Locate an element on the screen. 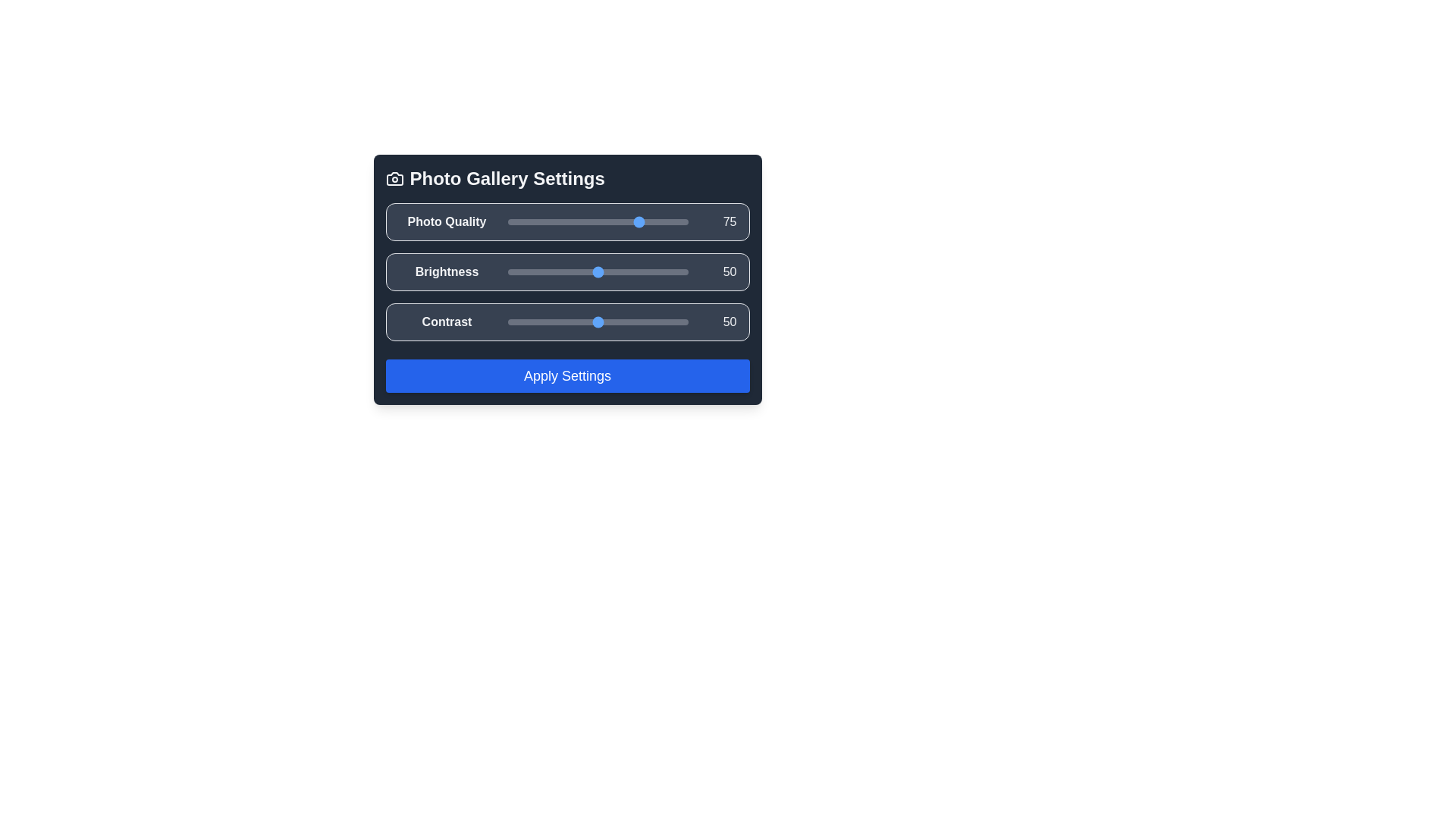 Image resolution: width=1456 pixels, height=819 pixels. the contrast level is located at coordinates (529, 321).